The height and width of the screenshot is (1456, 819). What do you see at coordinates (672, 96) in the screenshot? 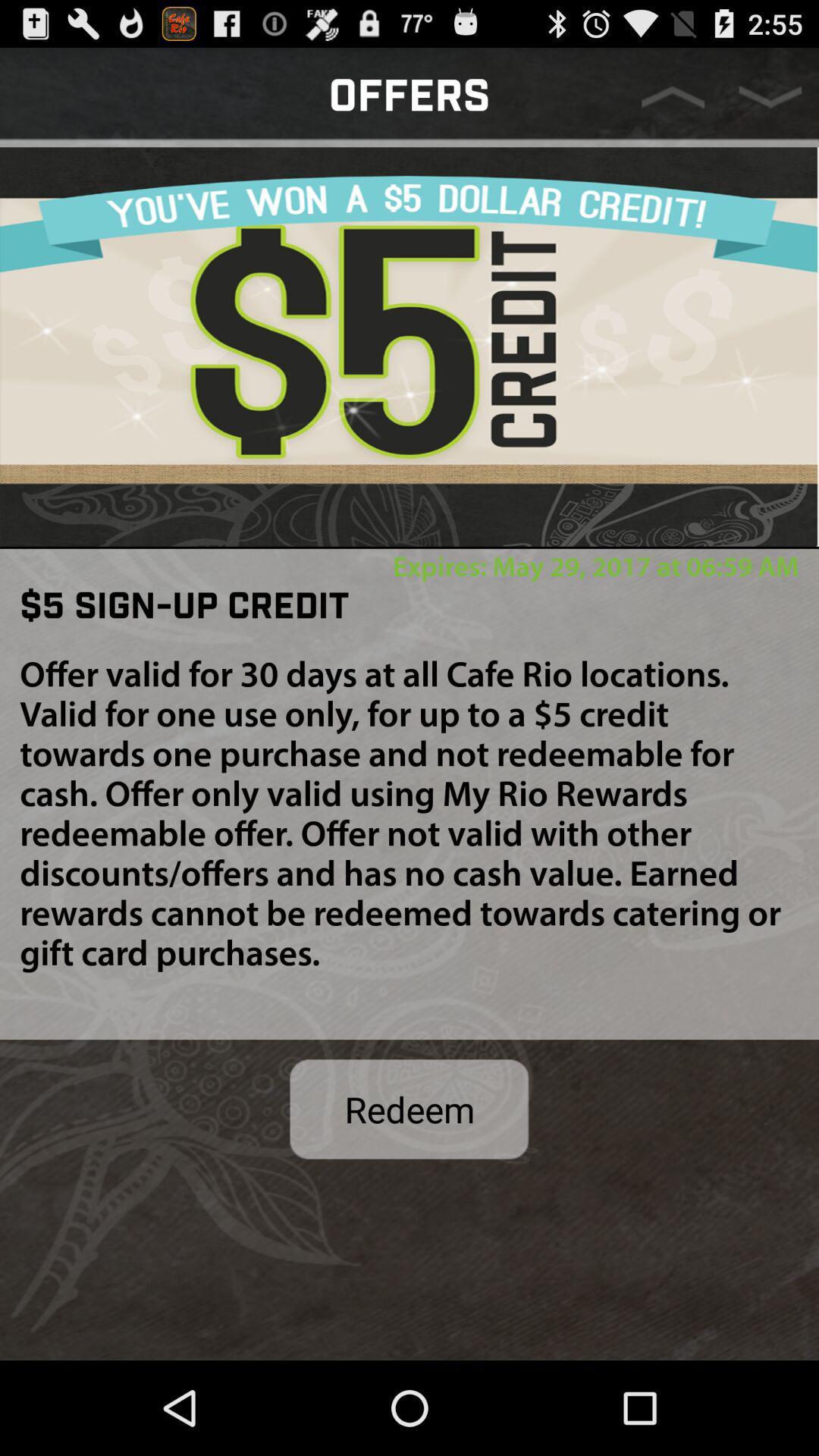
I see `move page up` at bounding box center [672, 96].